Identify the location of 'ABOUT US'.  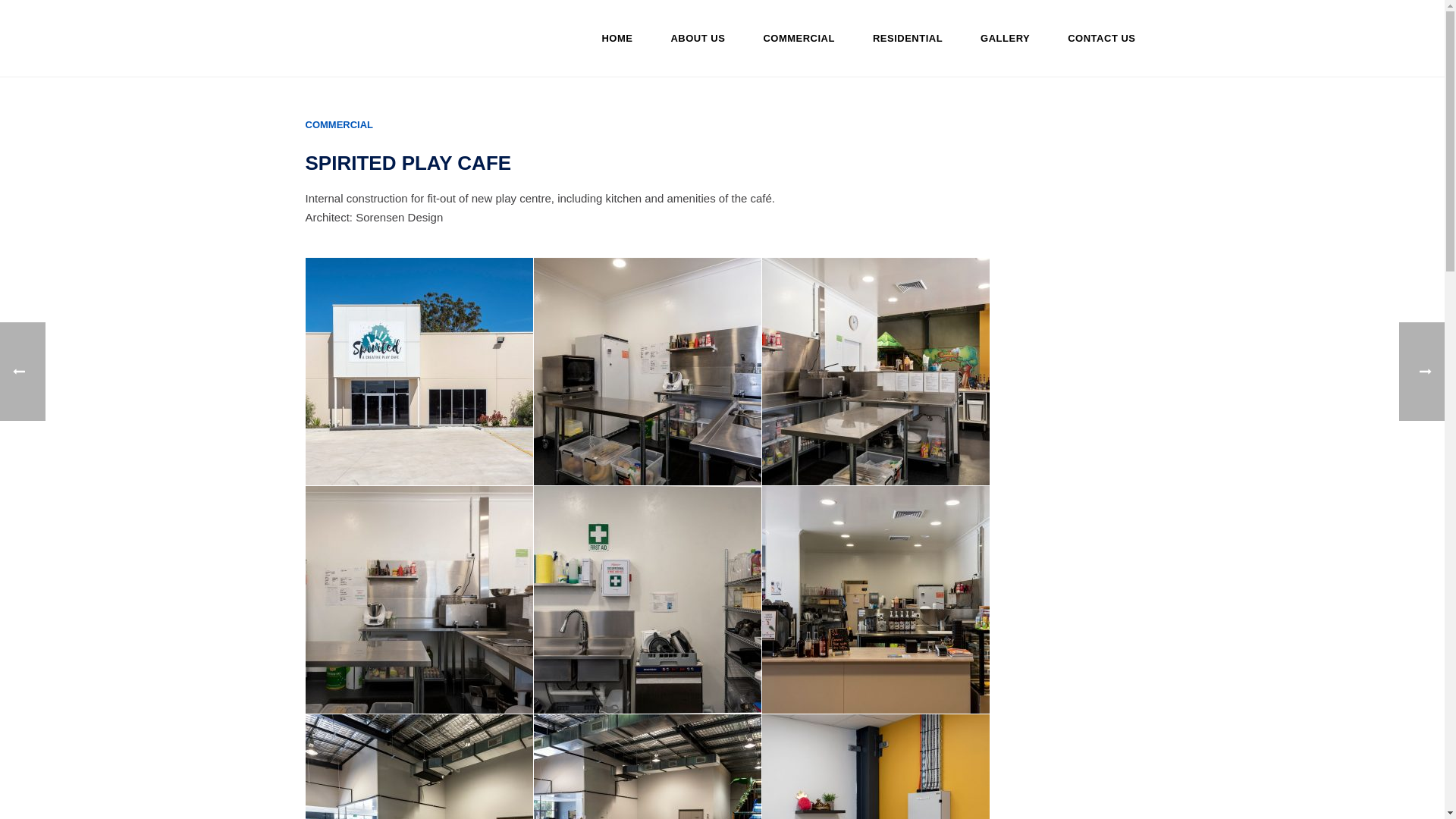
(697, 37).